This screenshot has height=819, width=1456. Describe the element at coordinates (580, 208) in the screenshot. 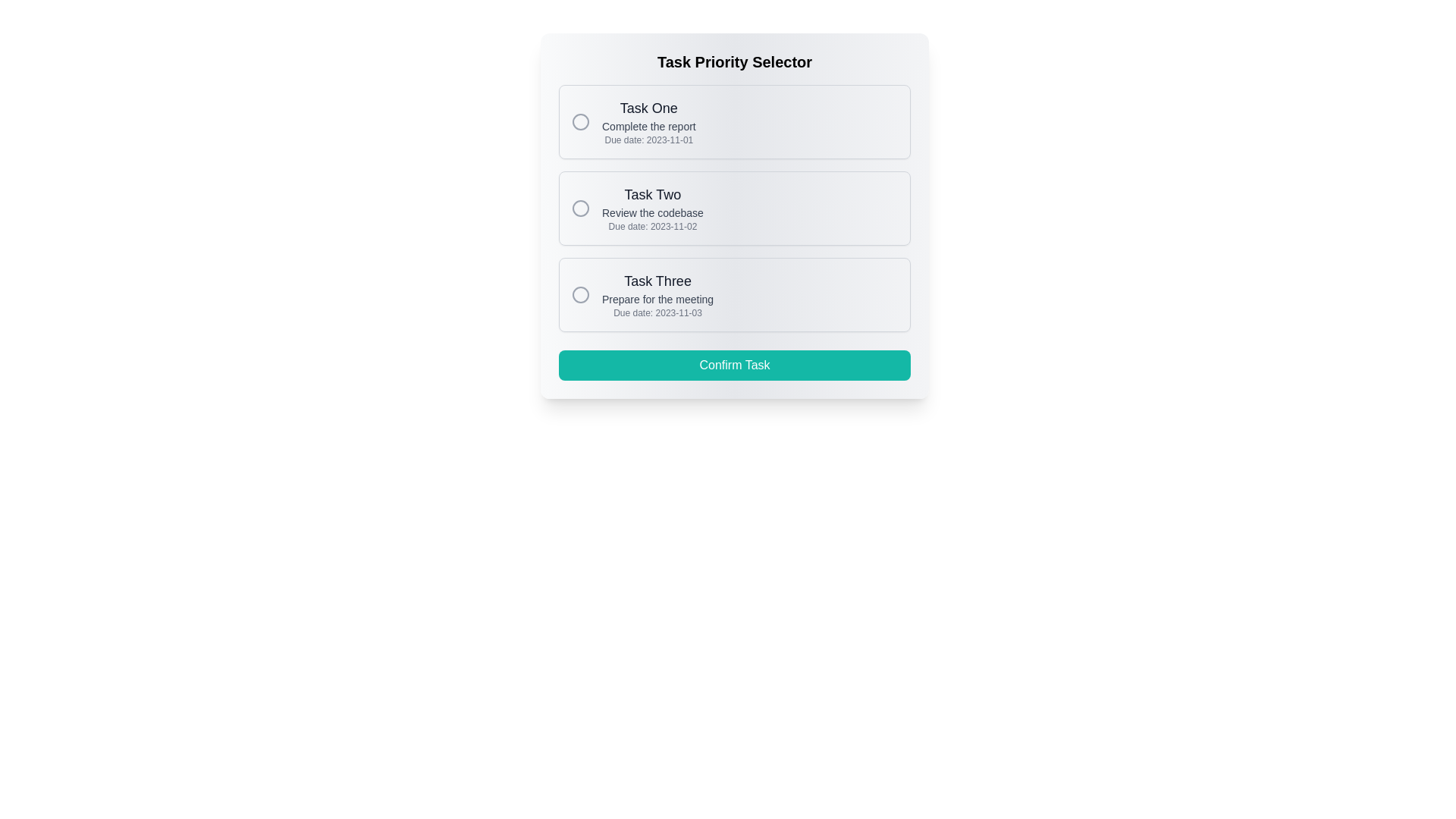

I see `the circular radio button with a gray border and hollow center located in the 'Task Two' card` at that location.